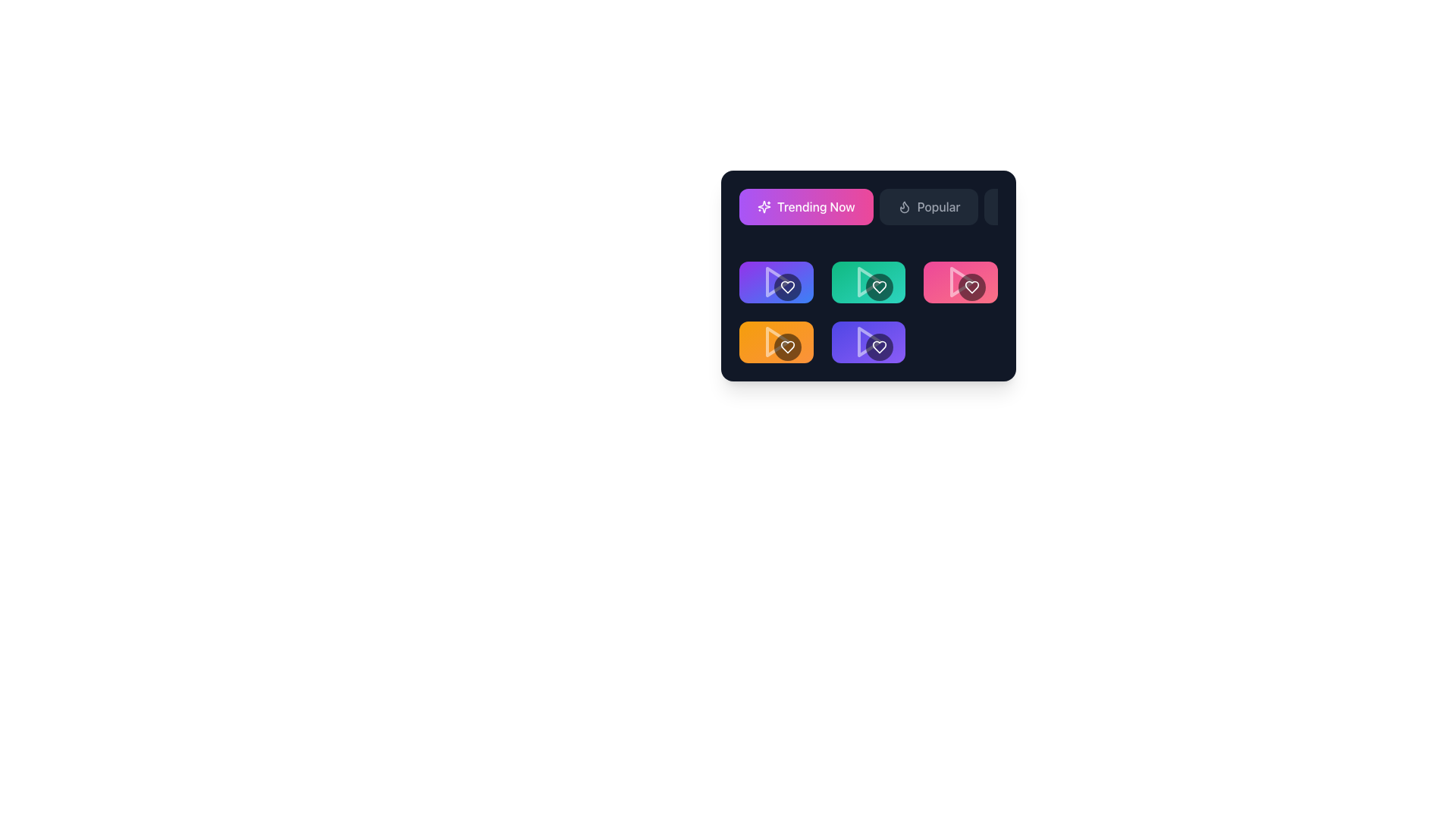 The height and width of the screenshot is (819, 1456). Describe the element at coordinates (787, 287) in the screenshot. I see `the heart-shaped icon button located centrally within the top left rectangular item of the grid layout` at that location.